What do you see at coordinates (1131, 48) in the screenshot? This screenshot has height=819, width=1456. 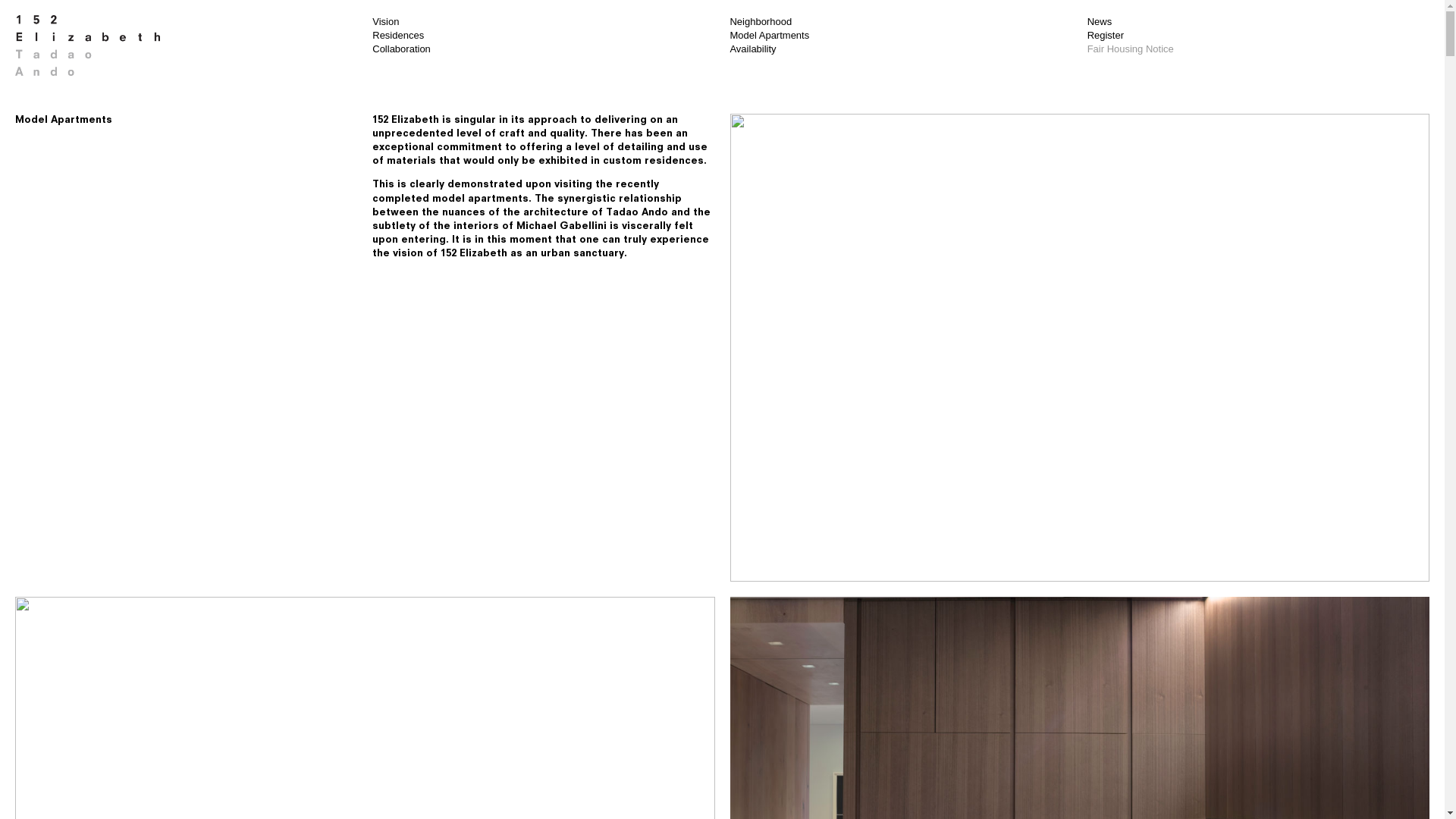 I see `'Fair Housing Notice'` at bounding box center [1131, 48].